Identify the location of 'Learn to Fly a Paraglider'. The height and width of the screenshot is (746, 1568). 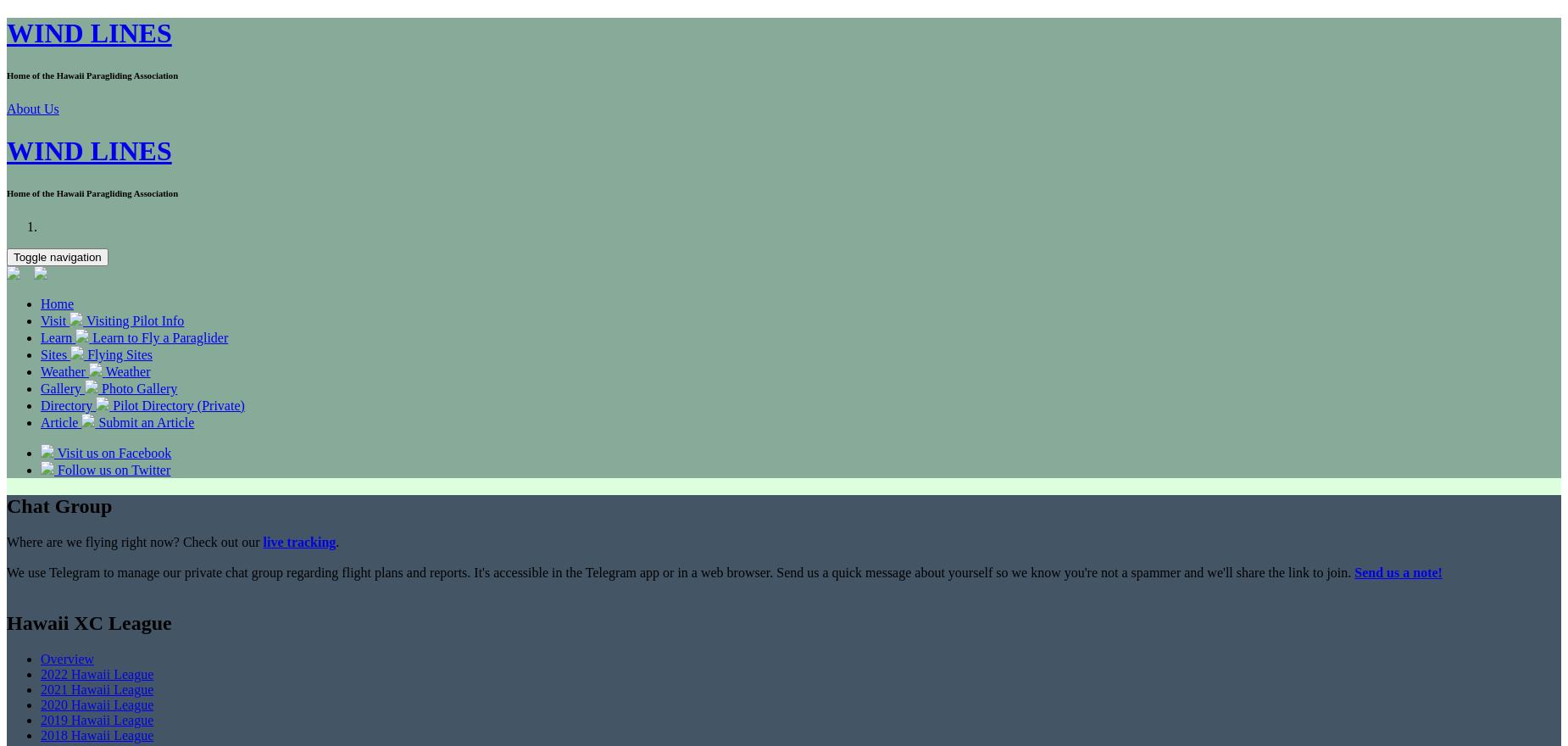
(159, 336).